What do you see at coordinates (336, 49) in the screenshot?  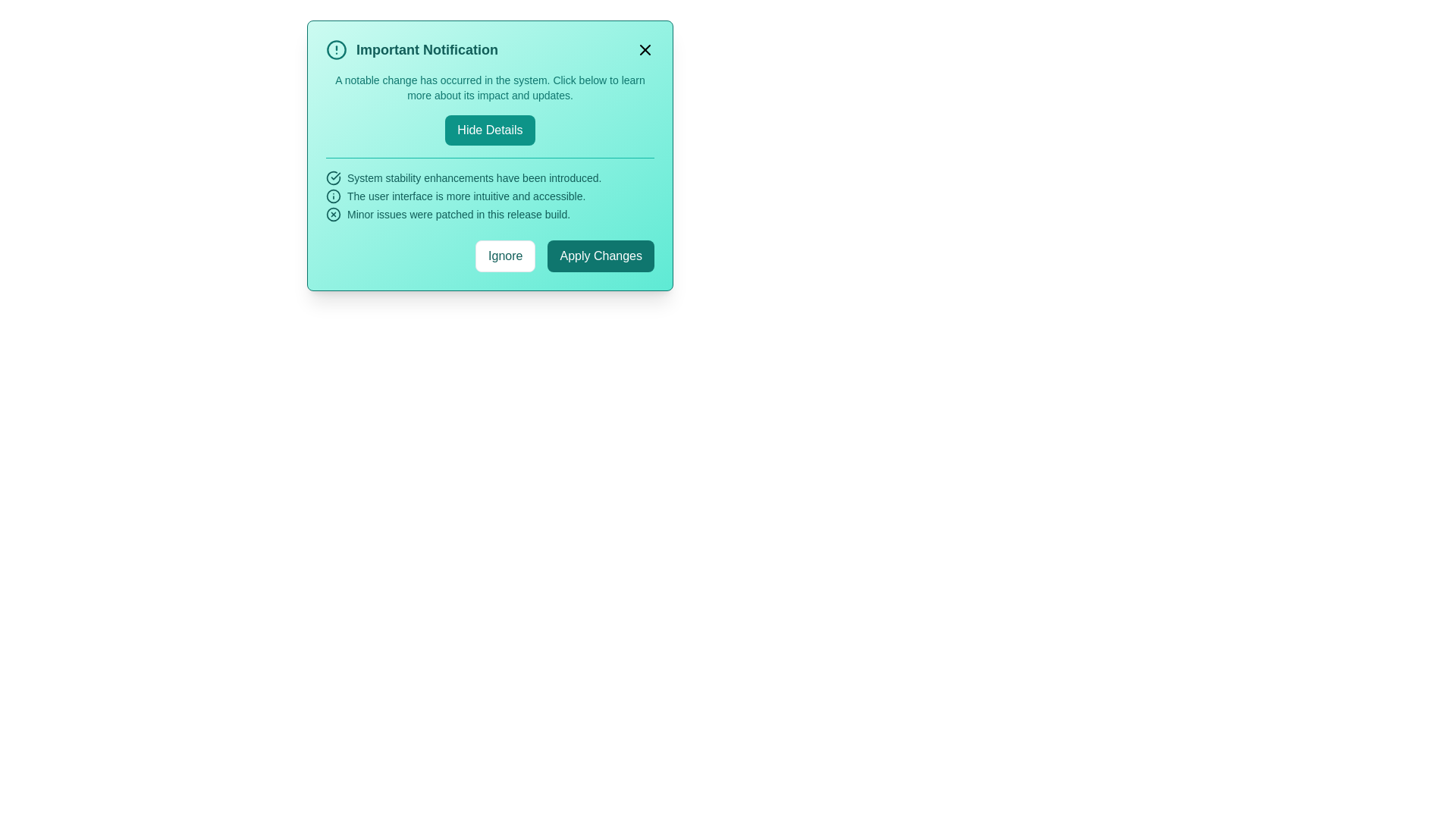 I see `the turquoise circular icon with a visible border, located adjacent to the left of the text 'Important Notification'` at bounding box center [336, 49].